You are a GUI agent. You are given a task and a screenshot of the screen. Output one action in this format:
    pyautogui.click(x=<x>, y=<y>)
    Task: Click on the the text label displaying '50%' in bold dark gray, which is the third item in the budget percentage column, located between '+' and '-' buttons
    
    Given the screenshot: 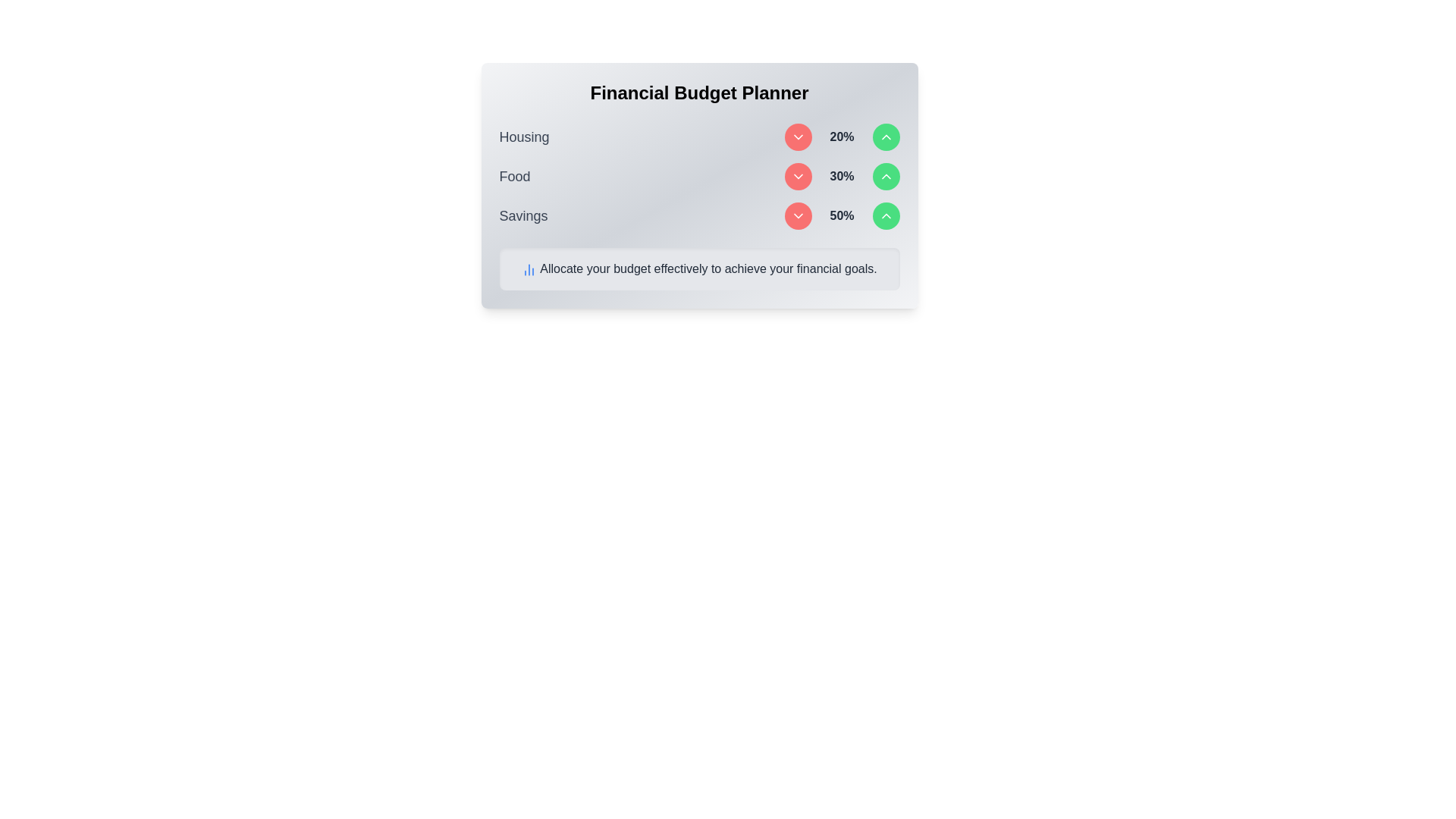 What is the action you would take?
    pyautogui.click(x=841, y=216)
    